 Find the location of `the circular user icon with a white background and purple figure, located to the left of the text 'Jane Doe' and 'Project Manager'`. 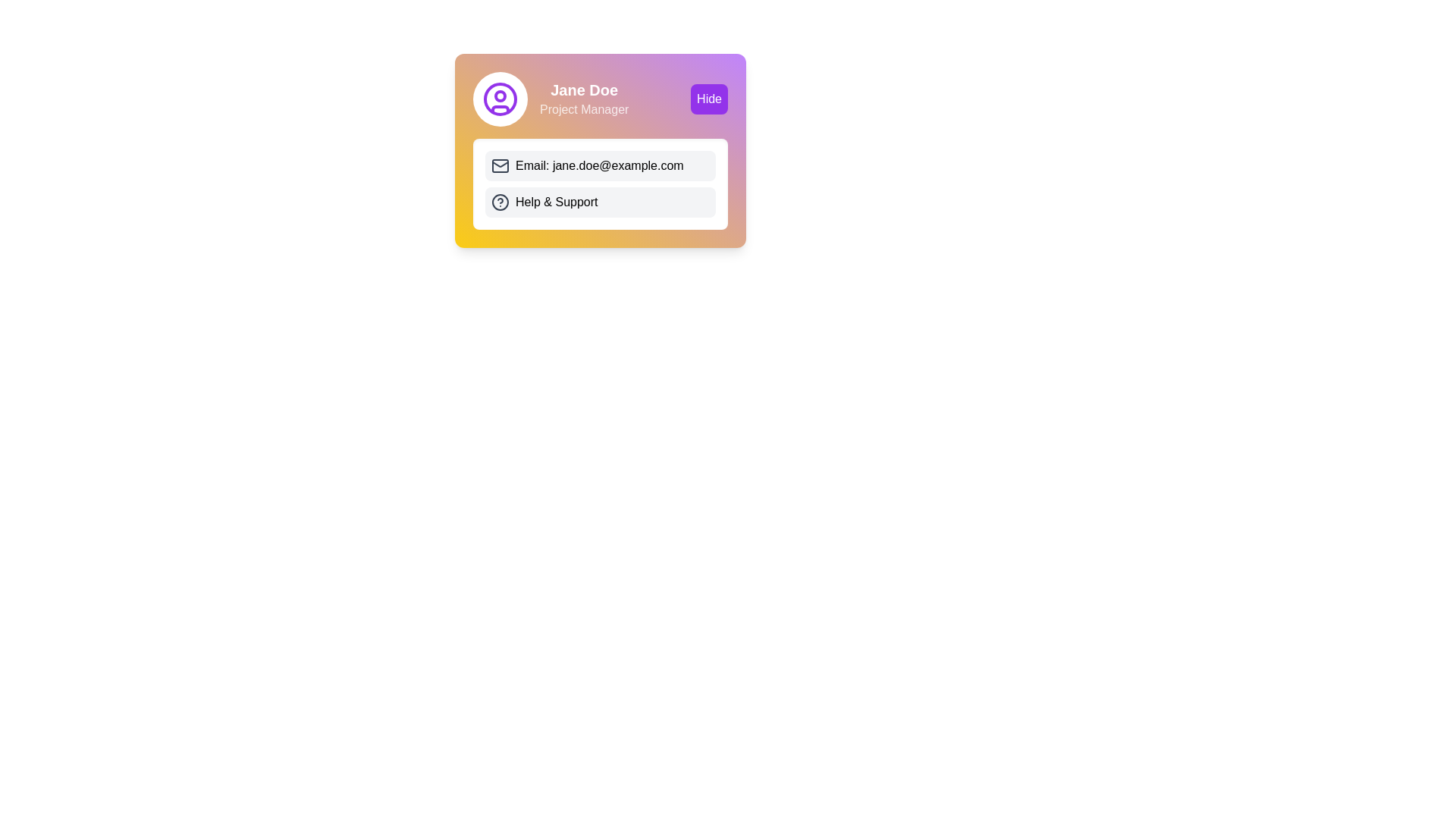

the circular user icon with a white background and purple figure, located to the left of the text 'Jane Doe' and 'Project Manager' is located at coordinates (500, 99).